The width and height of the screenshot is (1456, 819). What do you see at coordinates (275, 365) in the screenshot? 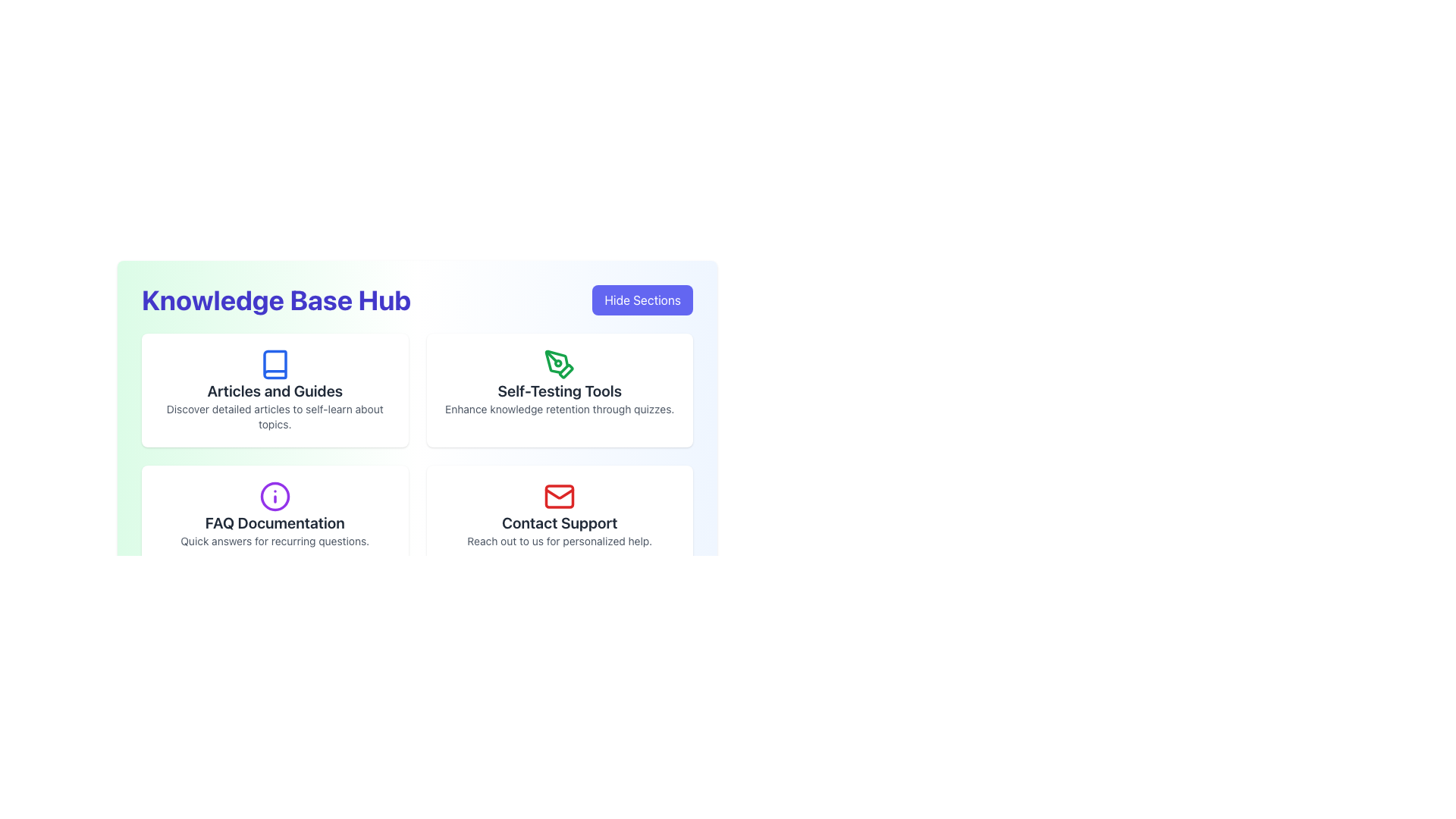
I see `the blue open book icon located within the 'Articles and Guides' card in the top-left corner of the user interface` at bounding box center [275, 365].